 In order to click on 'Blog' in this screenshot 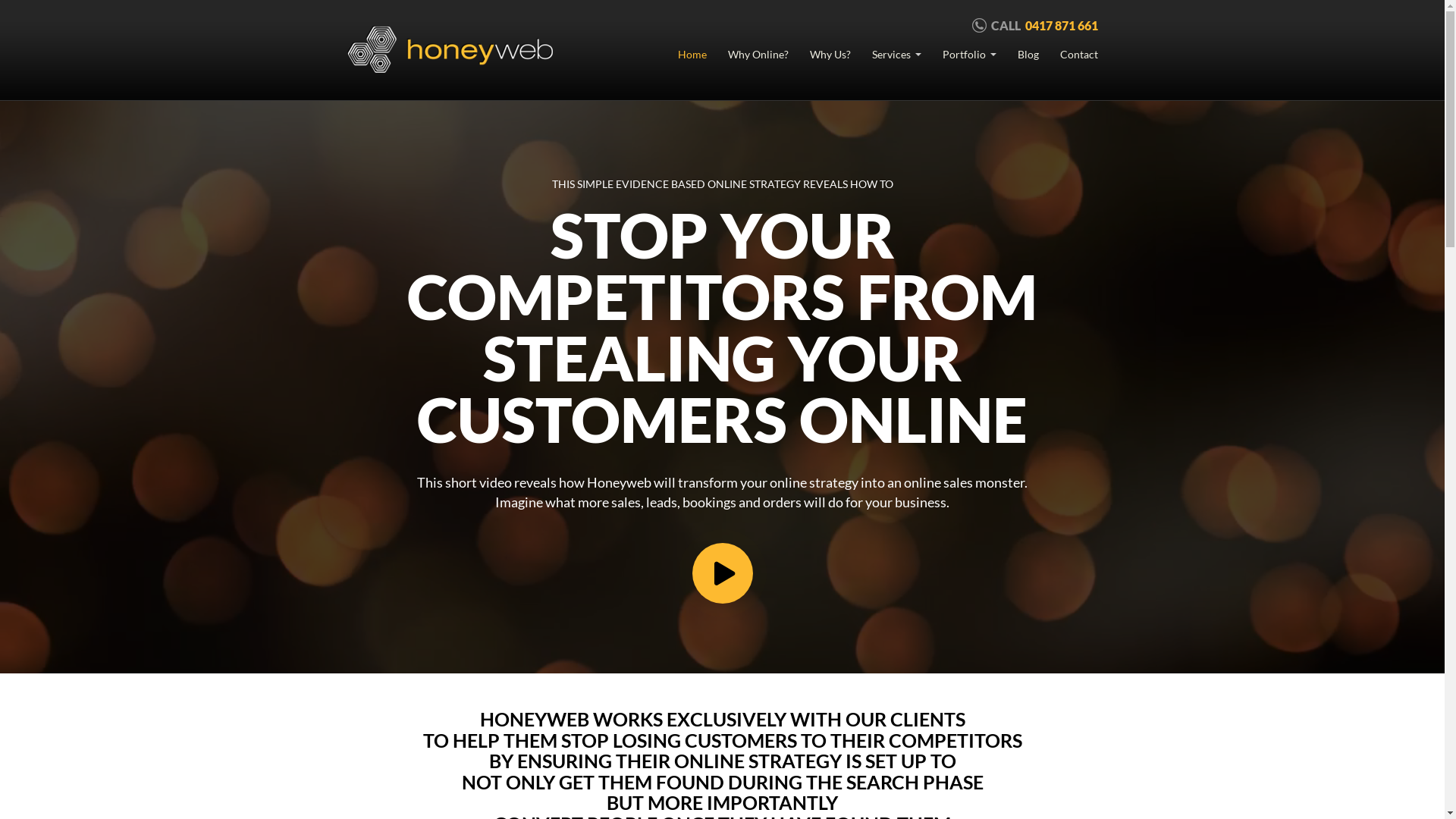, I will do `click(1028, 54)`.